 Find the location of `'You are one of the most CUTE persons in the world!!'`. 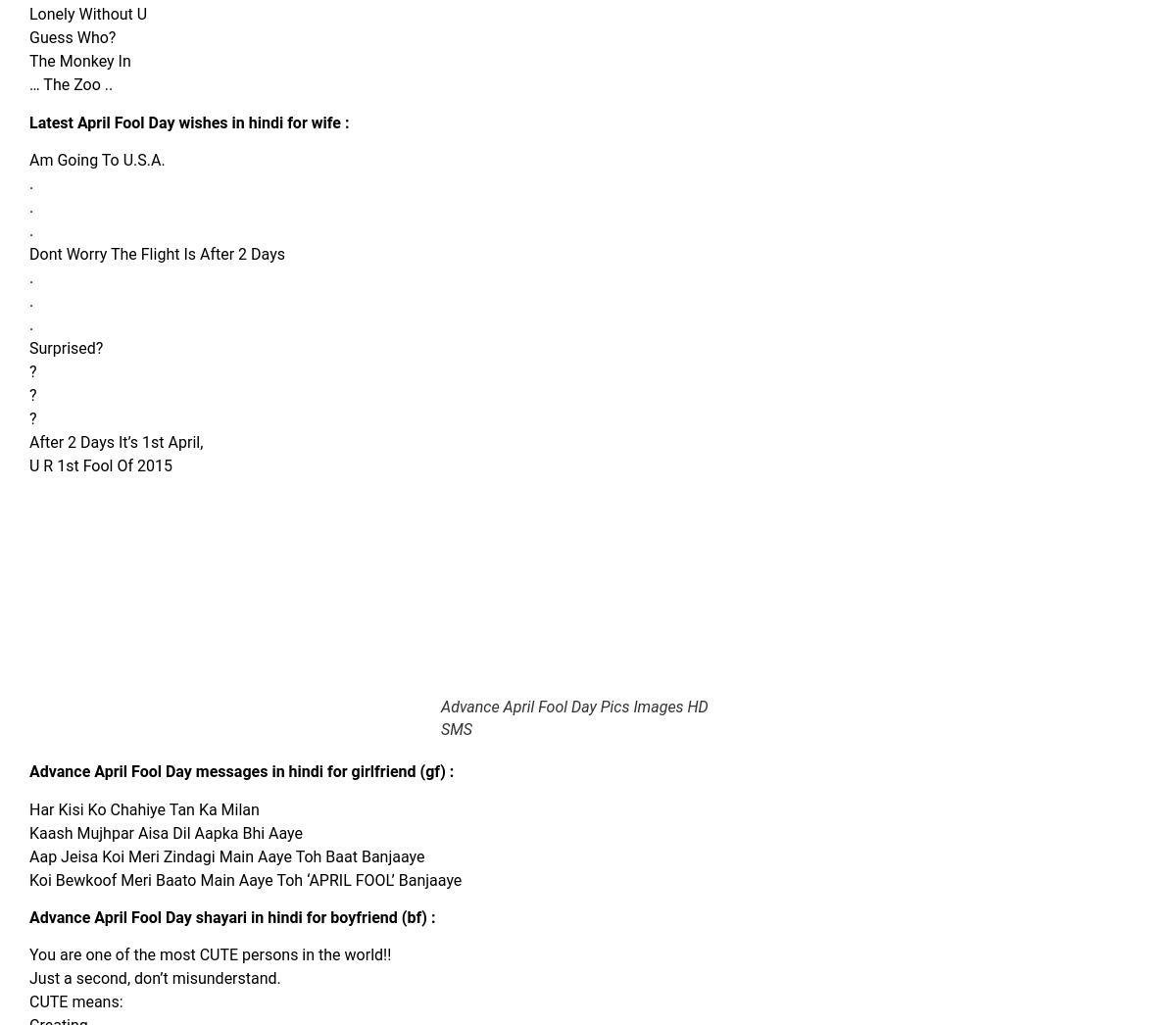

'You are one of the most CUTE persons in the world!!' is located at coordinates (209, 953).